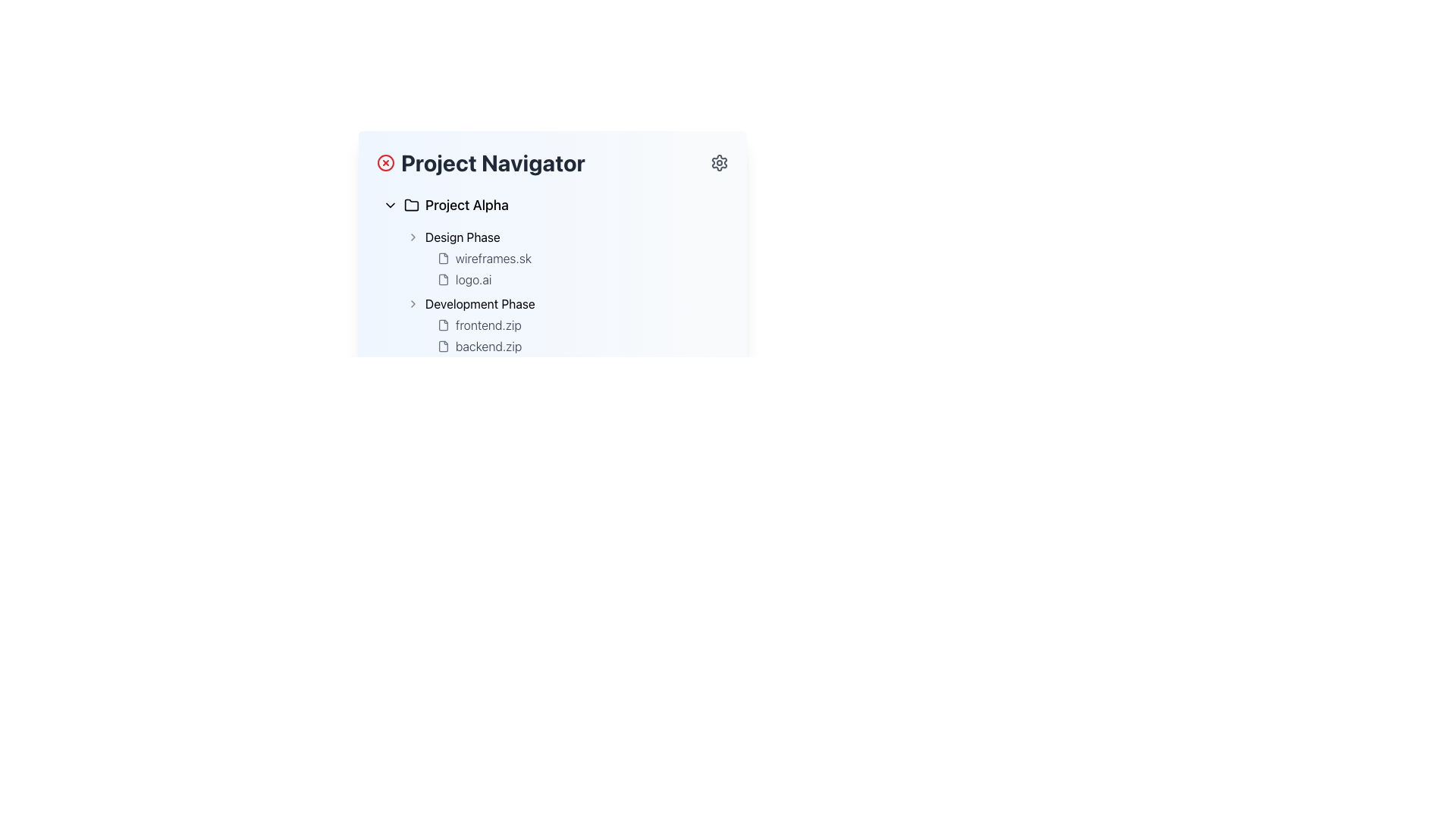 Image resolution: width=1456 pixels, height=819 pixels. Describe the element at coordinates (466, 205) in the screenshot. I see `the text label displaying 'Project Alpha', which is a prominent title in the 'Project Navigator' section, aligned with a folder icon and dropdown indicator` at that location.